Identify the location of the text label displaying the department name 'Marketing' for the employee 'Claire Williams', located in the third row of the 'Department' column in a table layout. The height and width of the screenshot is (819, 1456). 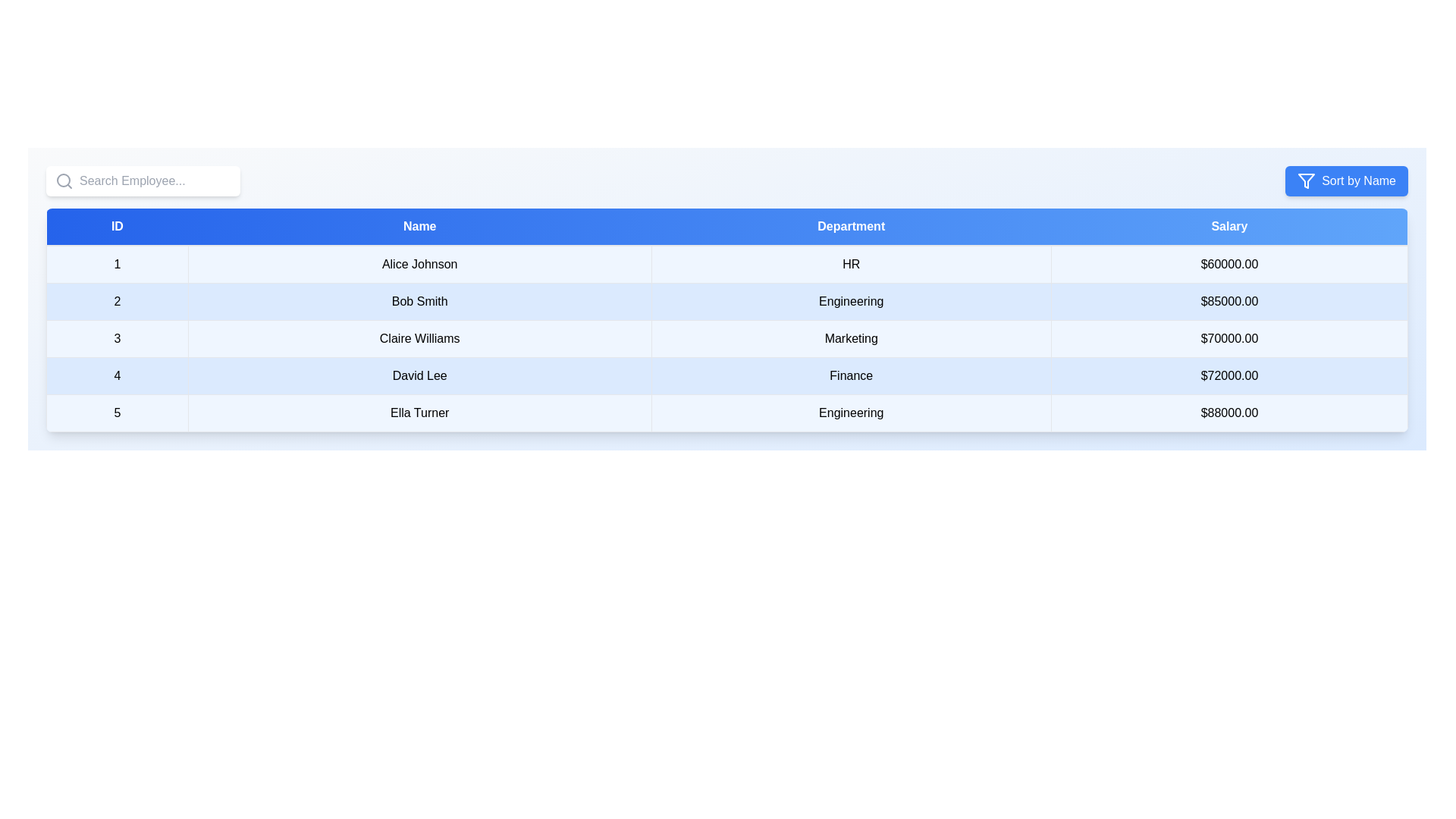
(851, 338).